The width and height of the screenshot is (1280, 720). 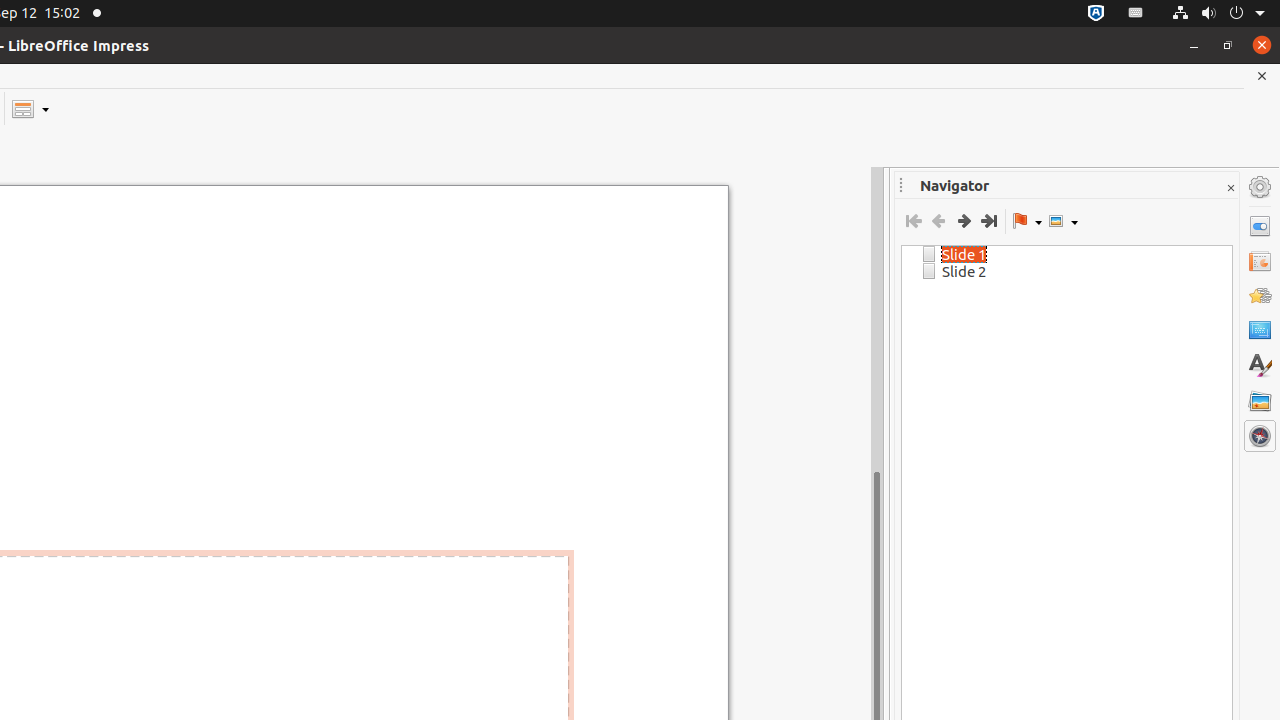 I want to click on 'Previous Slide', so click(x=937, y=221).